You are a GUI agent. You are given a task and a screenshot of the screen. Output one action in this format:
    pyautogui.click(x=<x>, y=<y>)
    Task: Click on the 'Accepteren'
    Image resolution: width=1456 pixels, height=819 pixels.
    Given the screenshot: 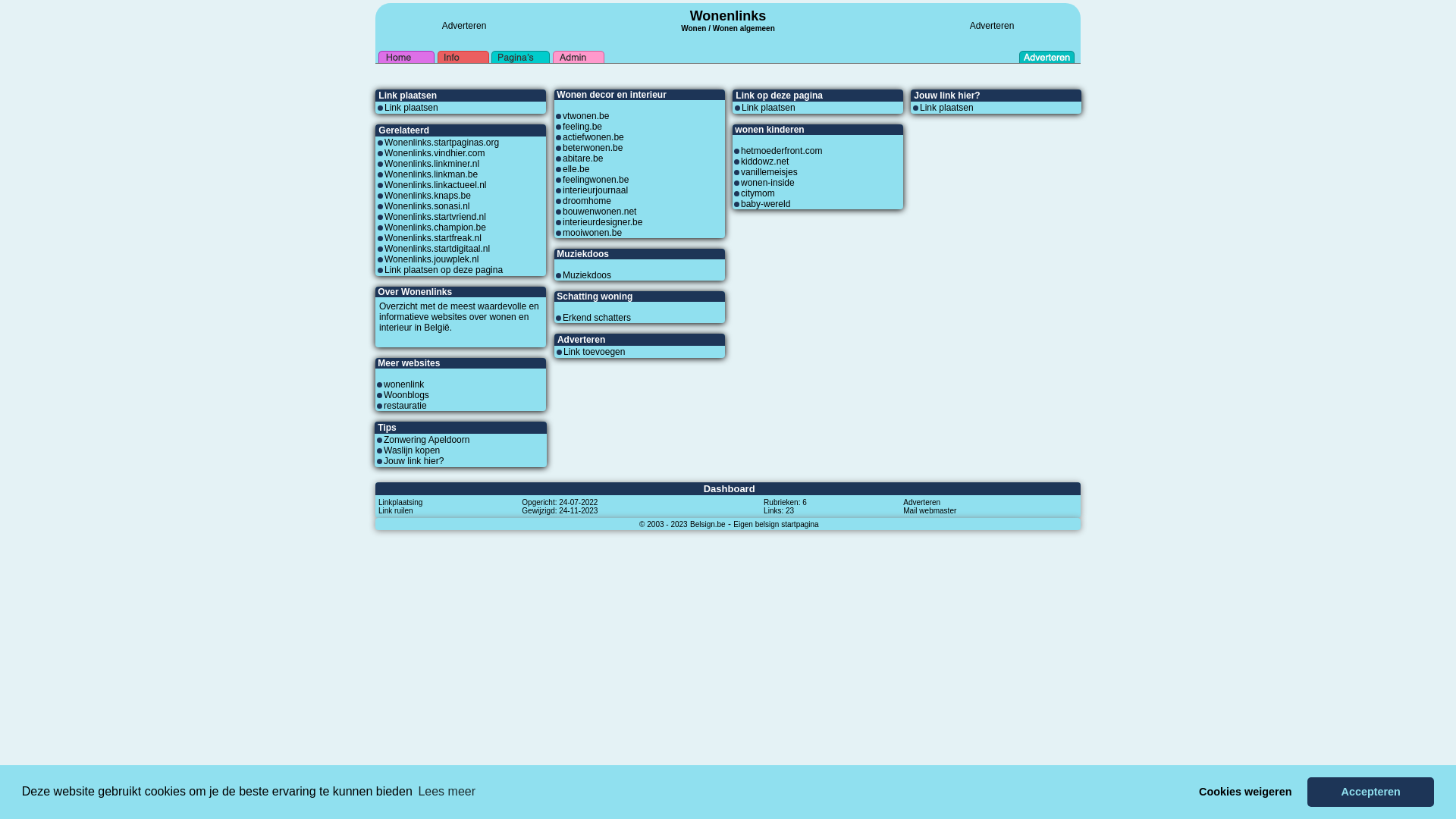 What is the action you would take?
    pyautogui.click(x=1370, y=791)
    